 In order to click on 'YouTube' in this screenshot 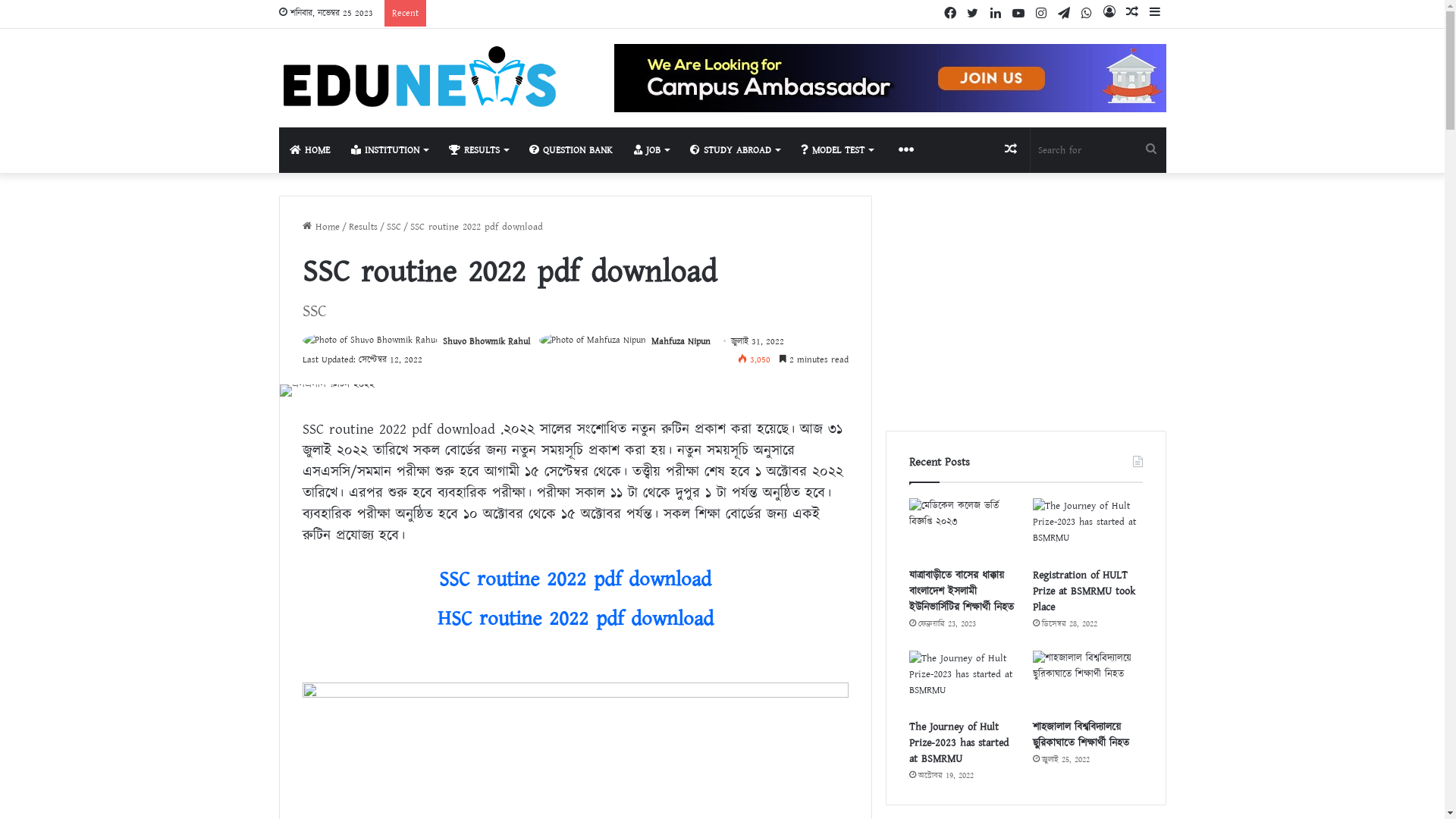, I will do `click(1018, 14)`.